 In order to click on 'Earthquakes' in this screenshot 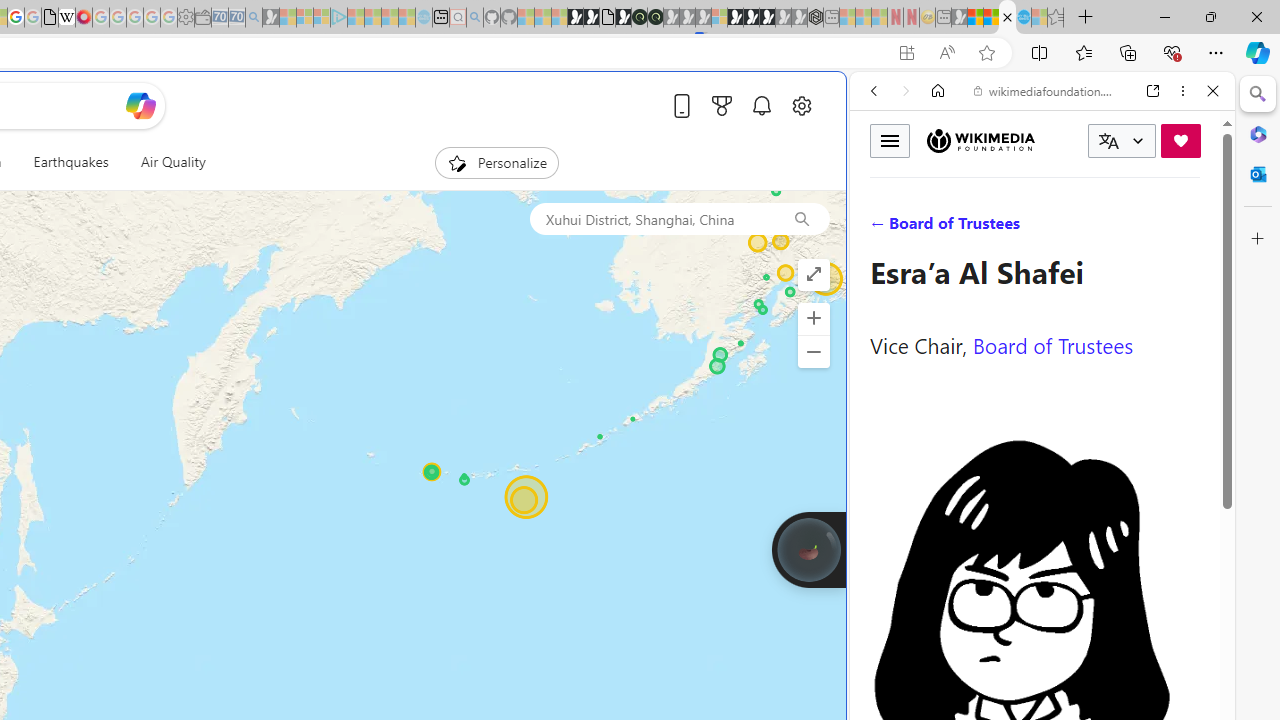, I will do `click(71, 162)`.